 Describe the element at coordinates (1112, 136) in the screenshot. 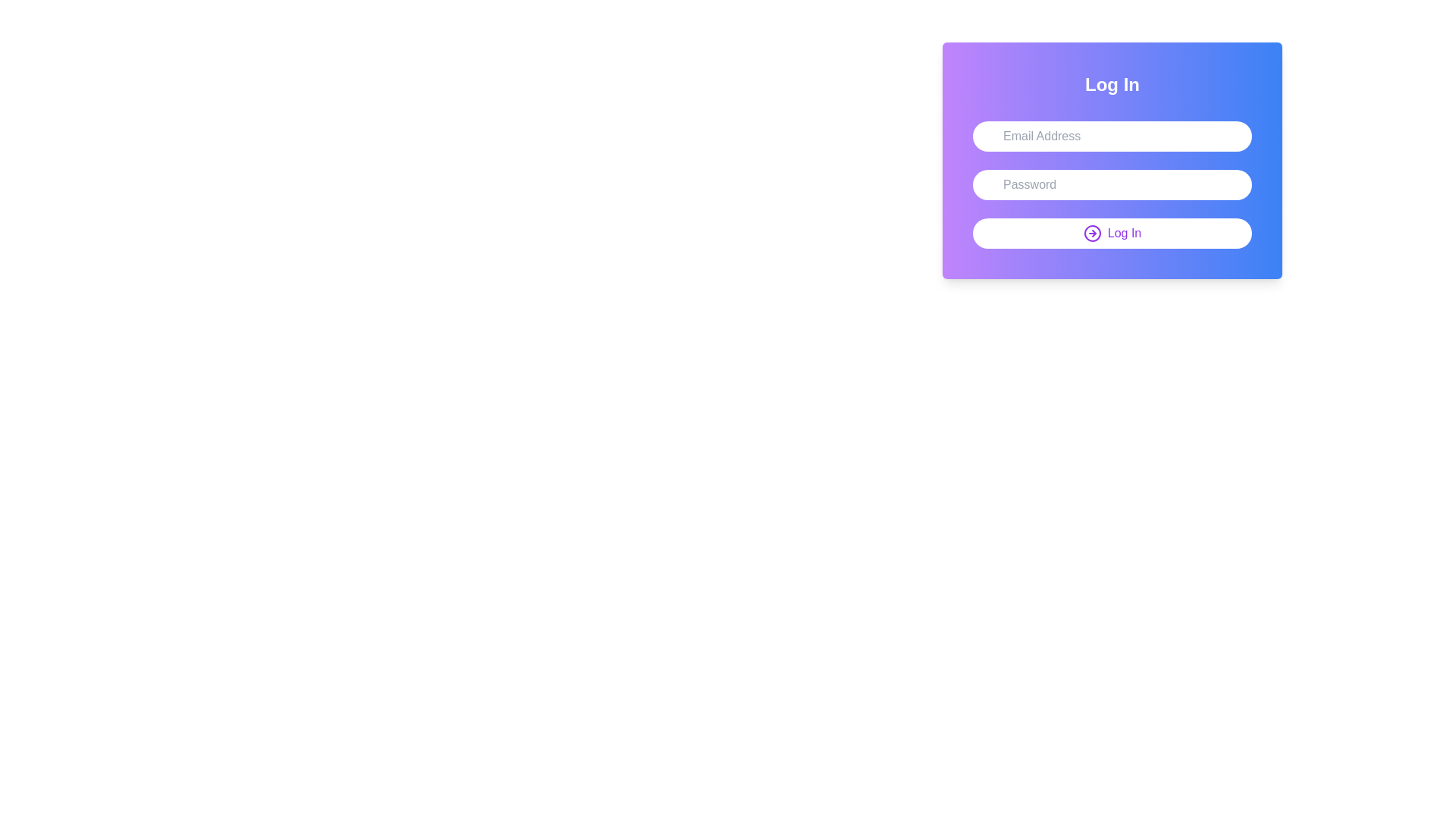

I see `the email input field in the login form` at that location.